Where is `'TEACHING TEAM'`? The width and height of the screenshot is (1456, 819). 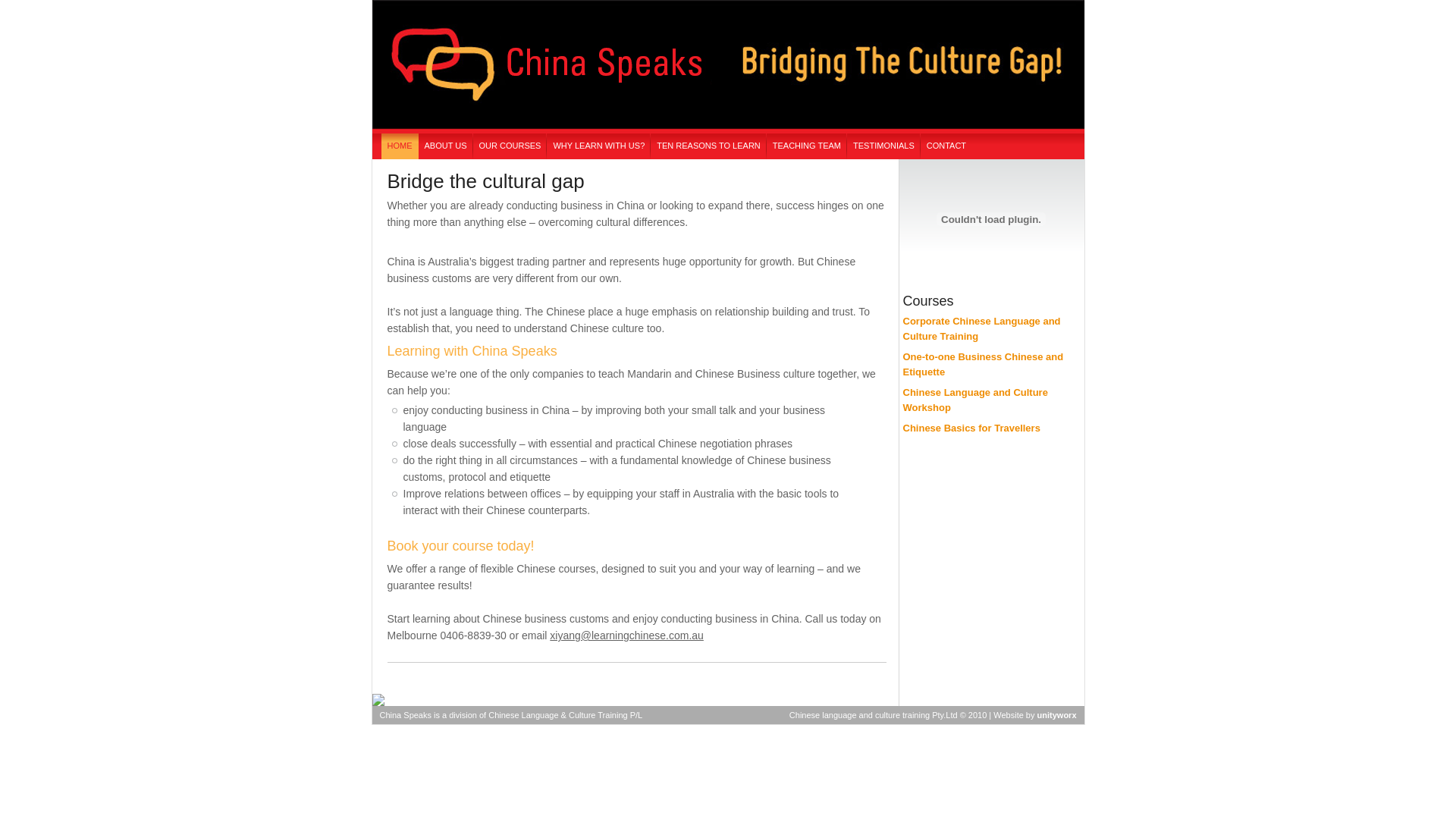
'TEACHING TEAM' is located at coordinates (806, 146).